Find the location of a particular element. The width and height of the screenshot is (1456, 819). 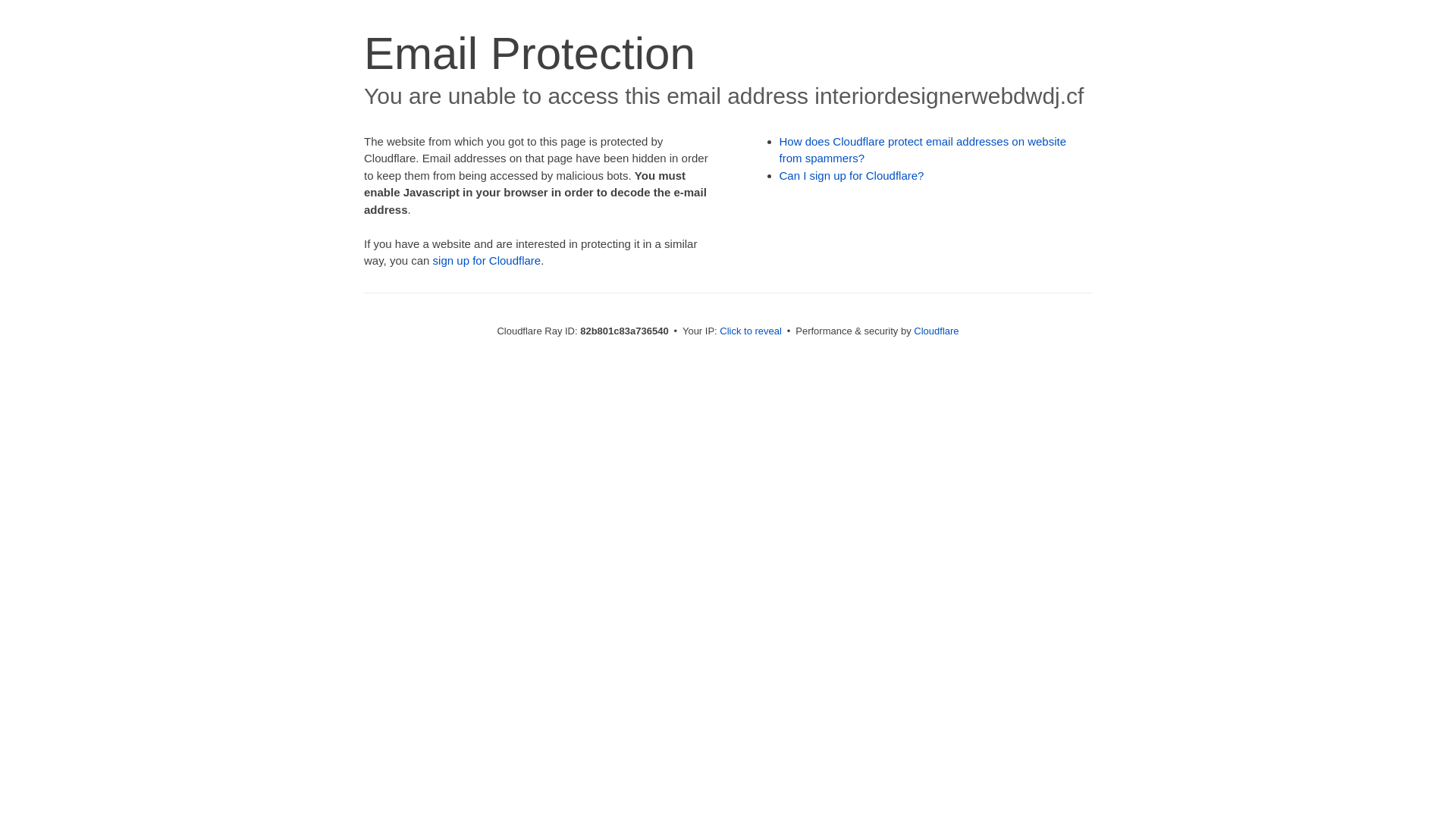

'Cloudflare' is located at coordinates (935, 330).